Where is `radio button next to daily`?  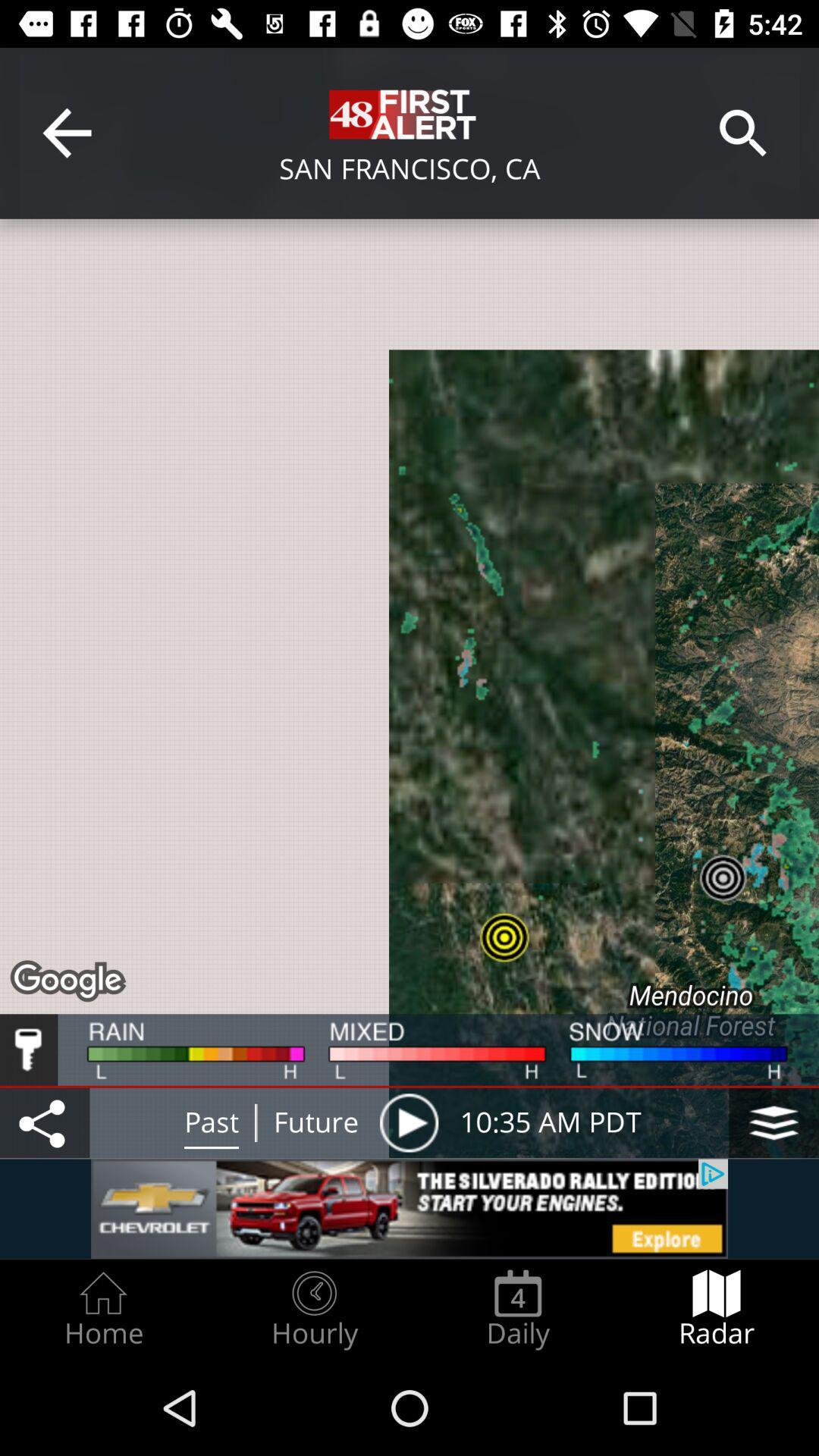
radio button next to daily is located at coordinates (313, 1309).